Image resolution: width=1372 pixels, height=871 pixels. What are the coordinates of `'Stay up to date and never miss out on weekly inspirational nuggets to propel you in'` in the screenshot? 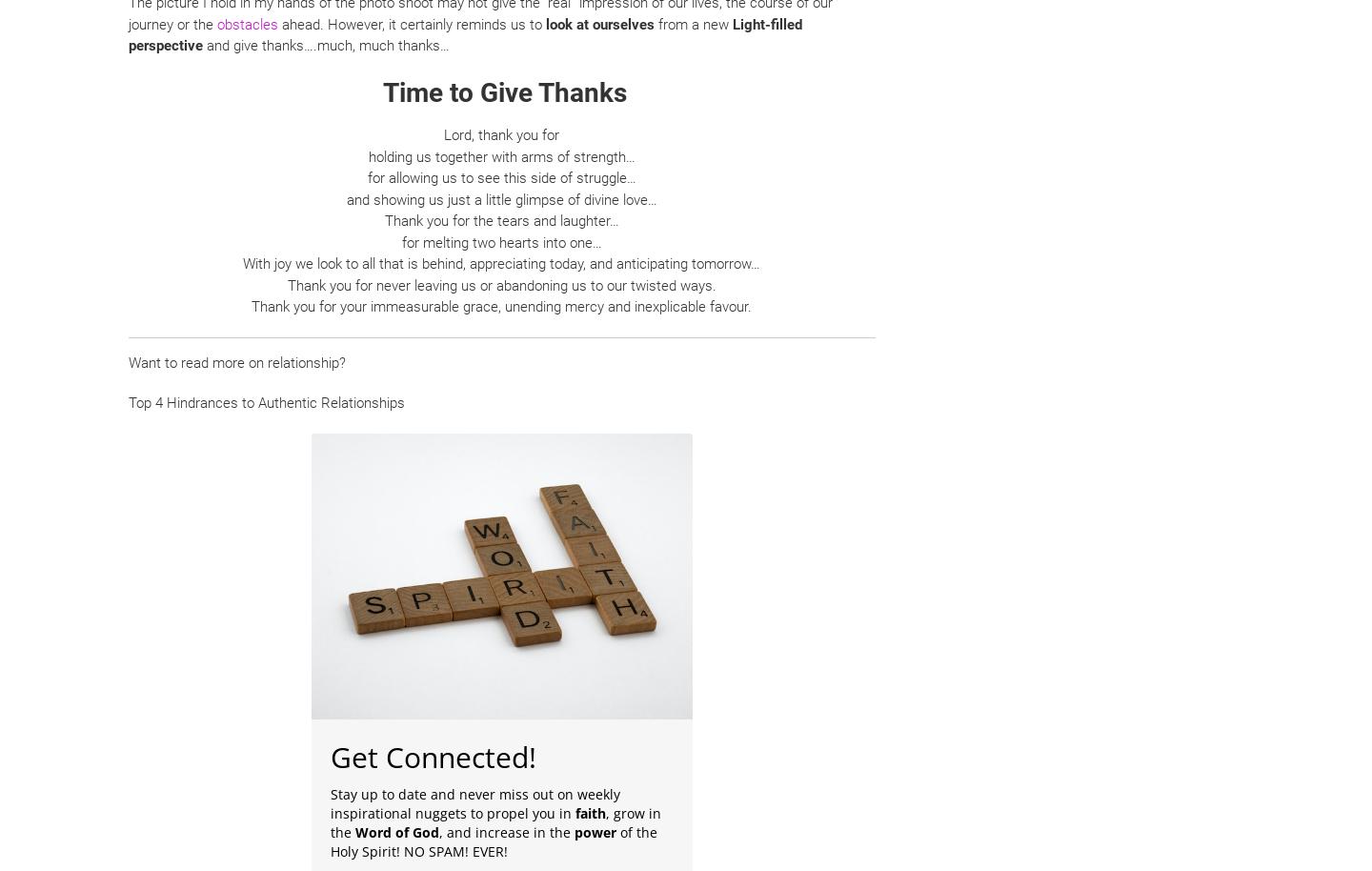 It's located at (330, 802).